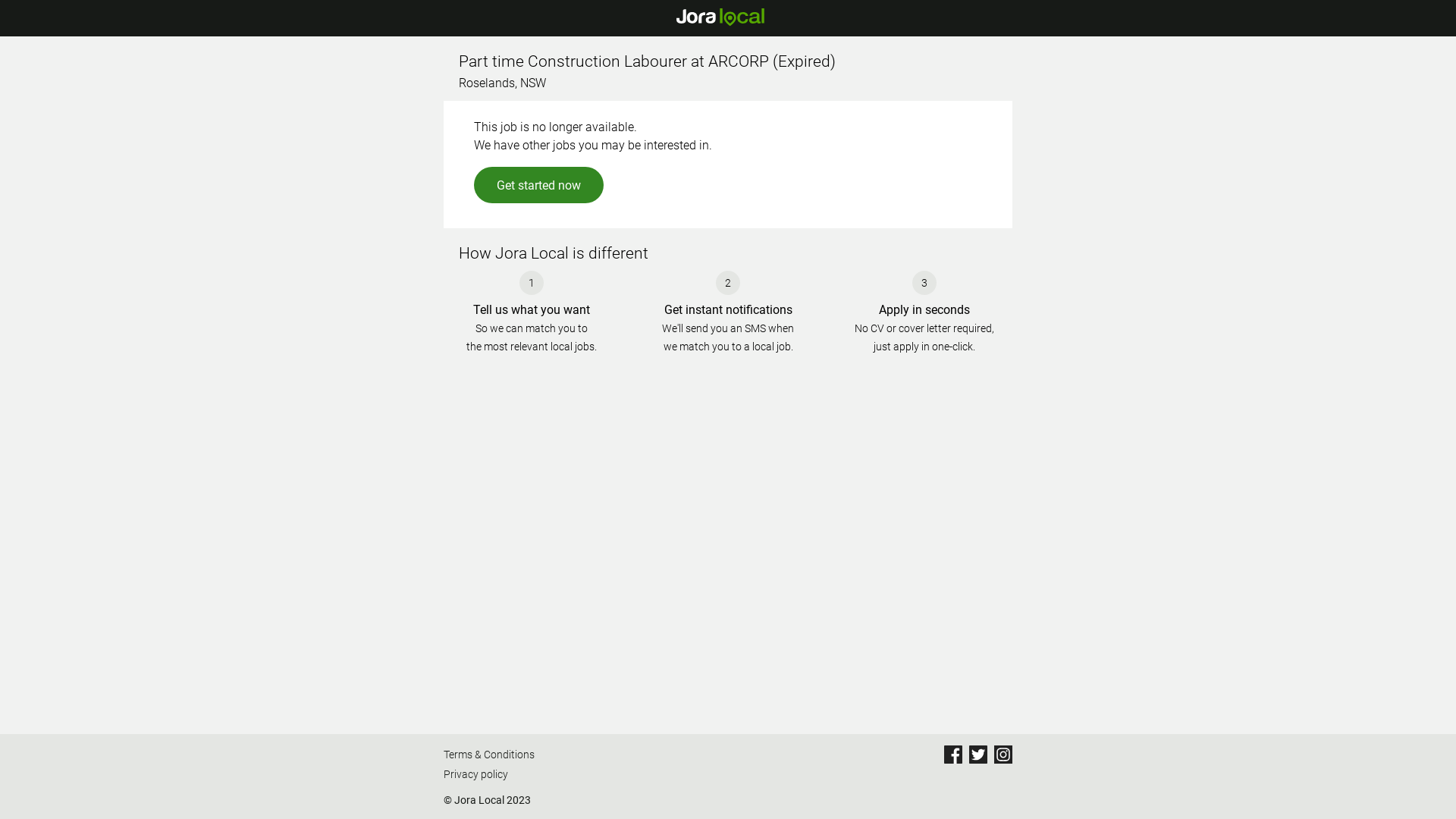  I want to click on 'Jora Local', so click(719, 17).